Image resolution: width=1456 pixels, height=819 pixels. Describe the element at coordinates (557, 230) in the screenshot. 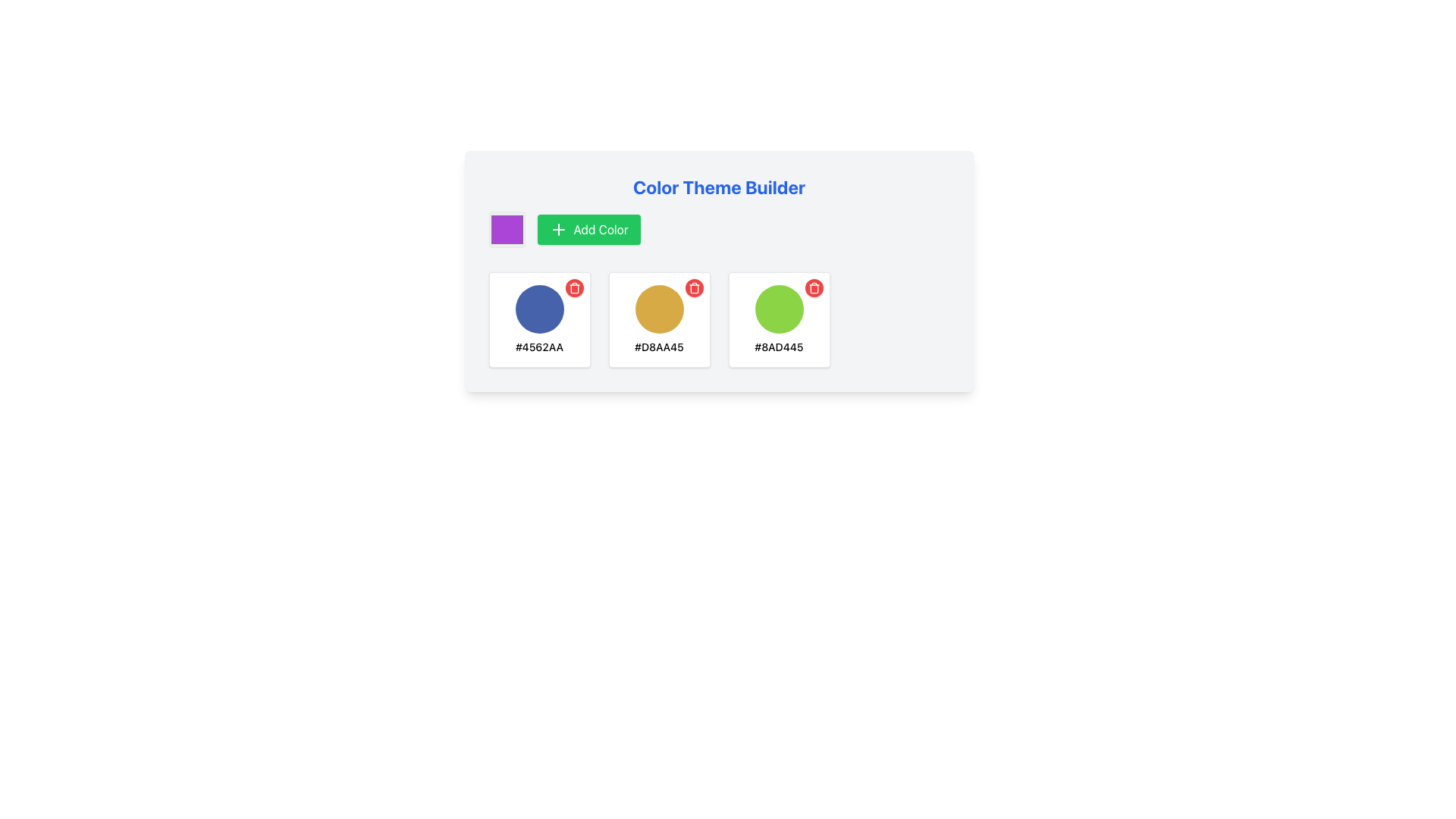

I see `the small green circular button with a white plus icon, which is centered within the larger green rectangular button labeled 'Add Color' in the toolbar at the top of the color picker interface` at that location.